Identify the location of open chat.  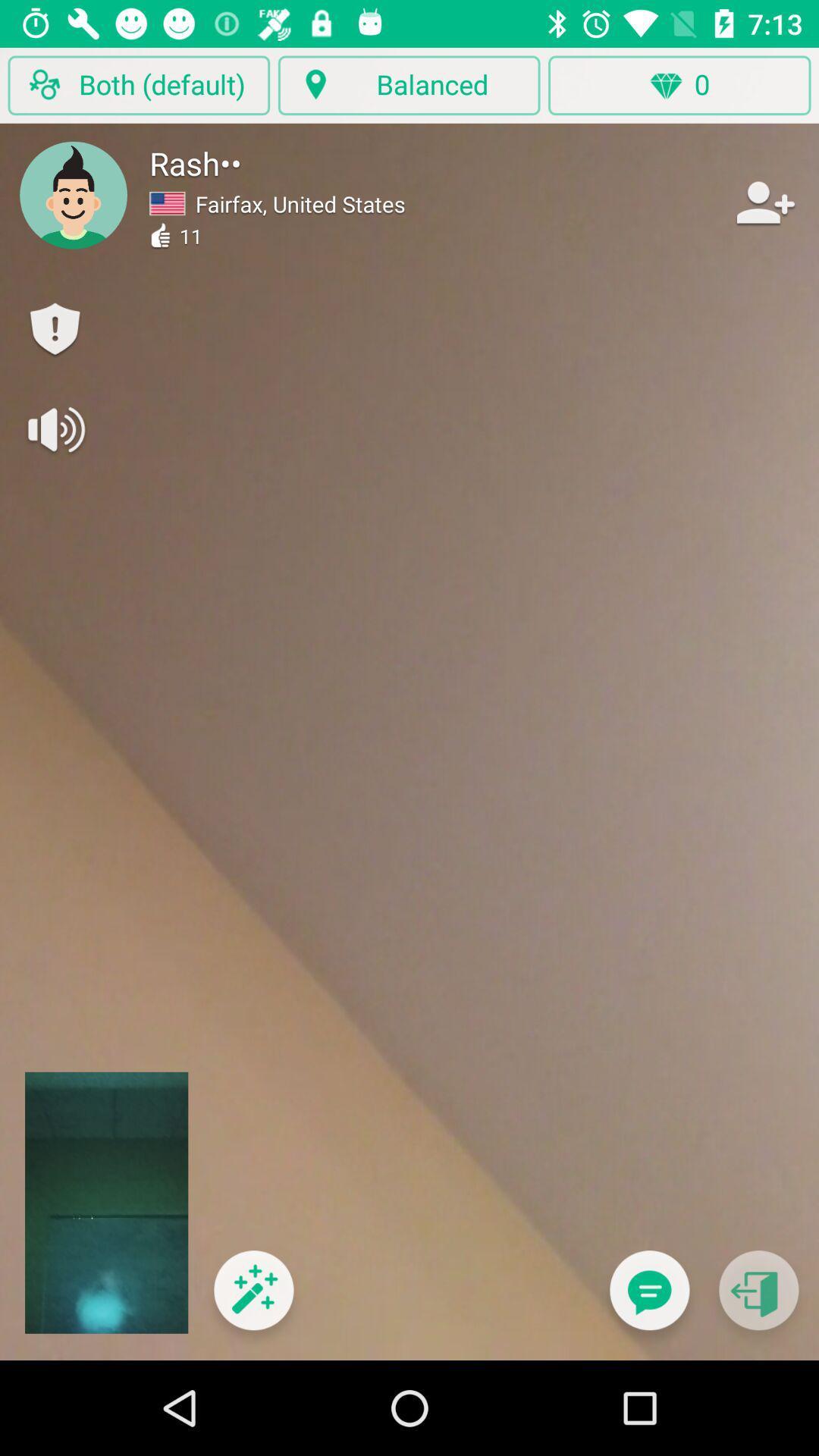
(648, 1299).